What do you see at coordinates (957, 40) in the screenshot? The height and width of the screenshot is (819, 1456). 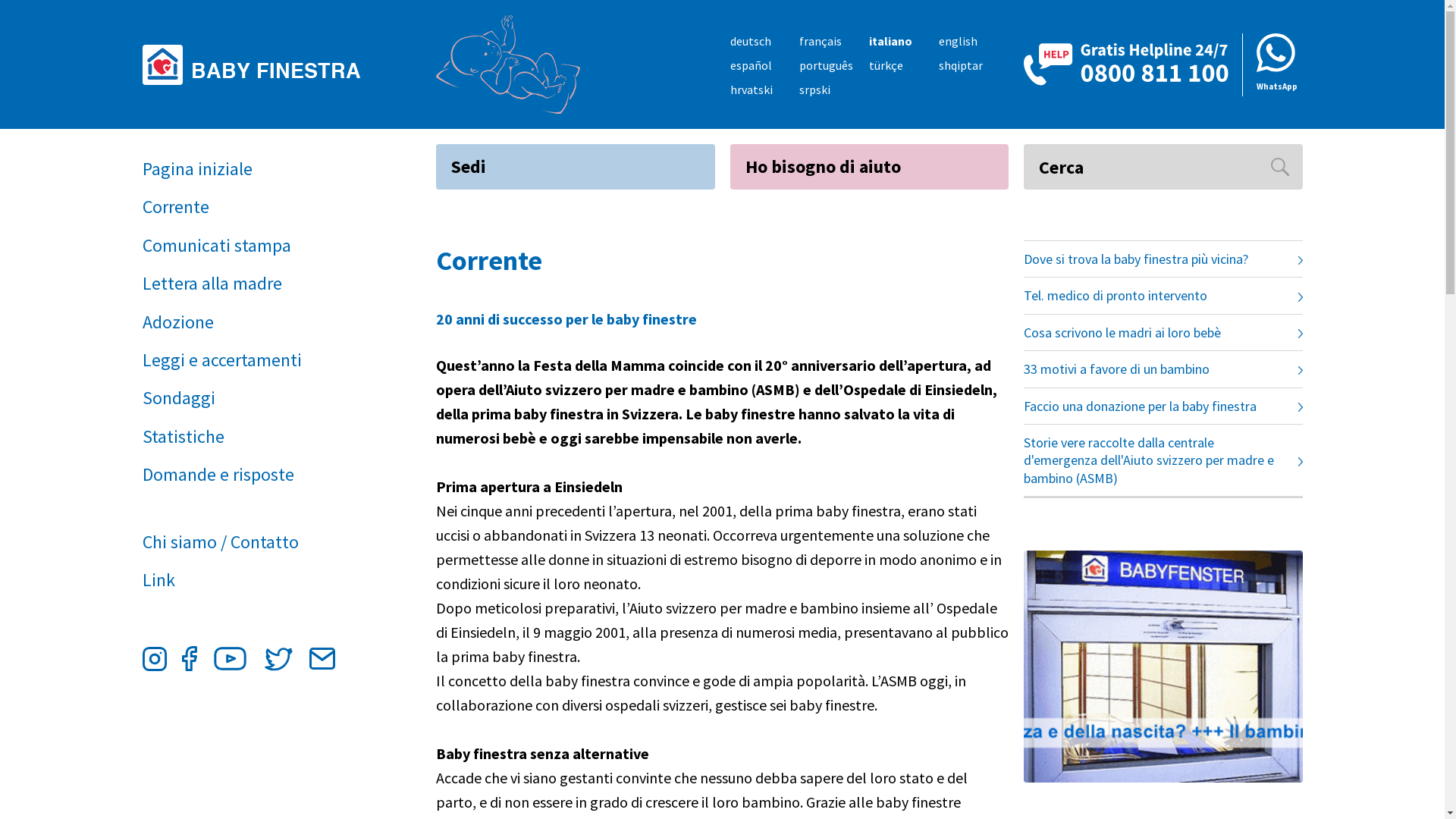 I see `'english'` at bounding box center [957, 40].